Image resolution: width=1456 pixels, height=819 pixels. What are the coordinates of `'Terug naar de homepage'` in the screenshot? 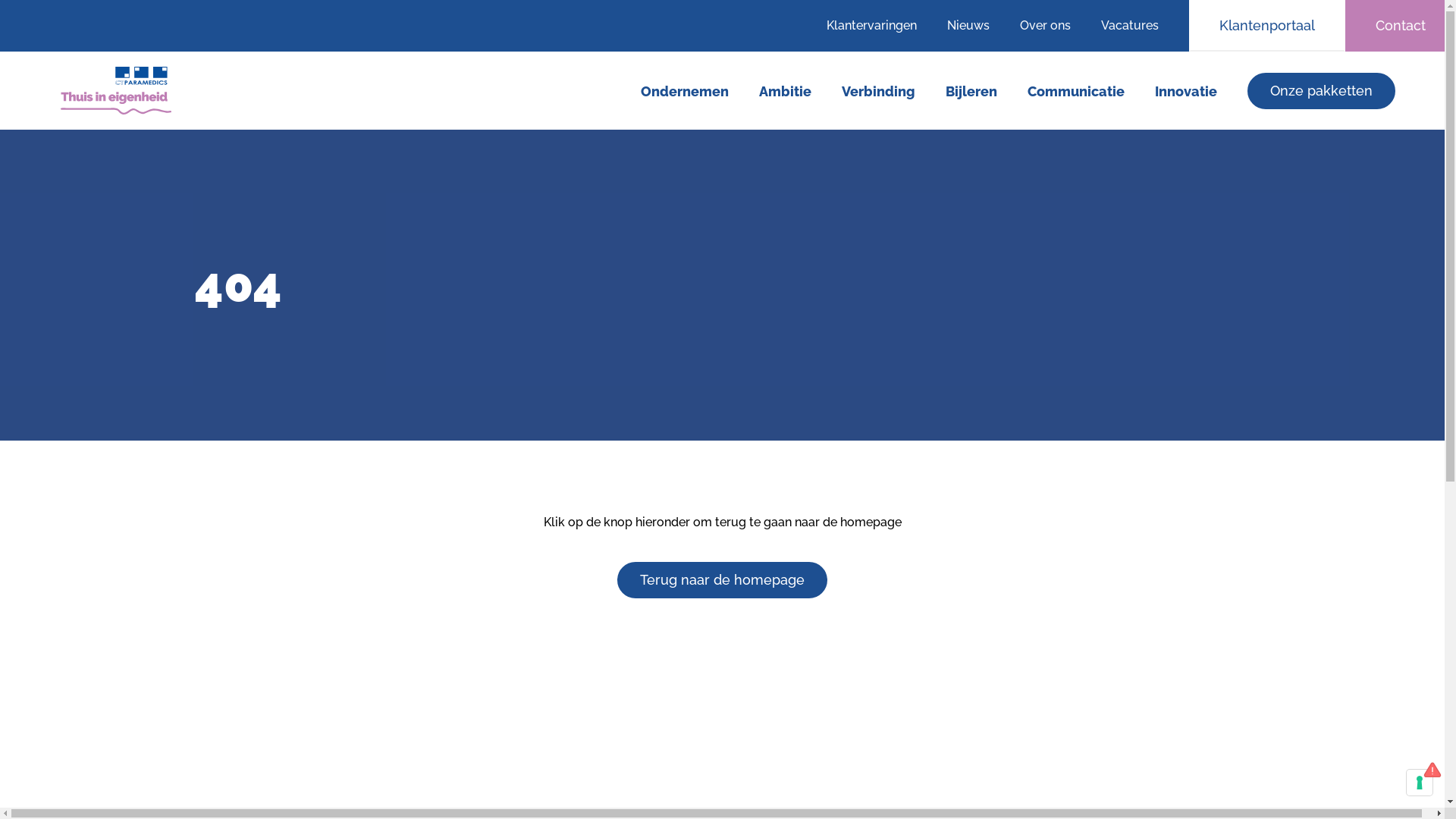 It's located at (721, 579).